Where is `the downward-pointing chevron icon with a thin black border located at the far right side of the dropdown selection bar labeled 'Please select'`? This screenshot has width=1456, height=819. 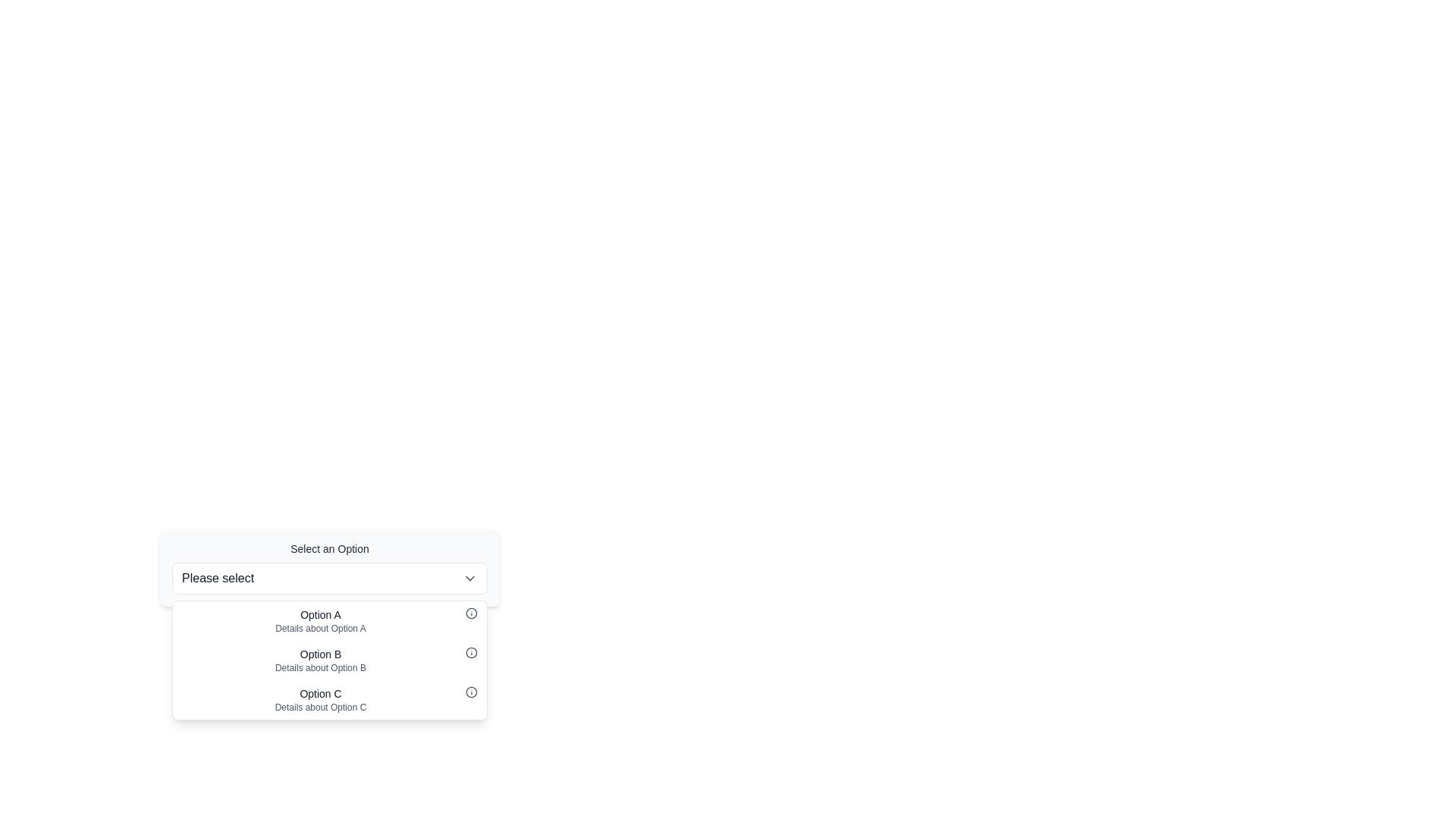 the downward-pointing chevron icon with a thin black border located at the far right side of the dropdown selection bar labeled 'Please select' is located at coordinates (469, 579).